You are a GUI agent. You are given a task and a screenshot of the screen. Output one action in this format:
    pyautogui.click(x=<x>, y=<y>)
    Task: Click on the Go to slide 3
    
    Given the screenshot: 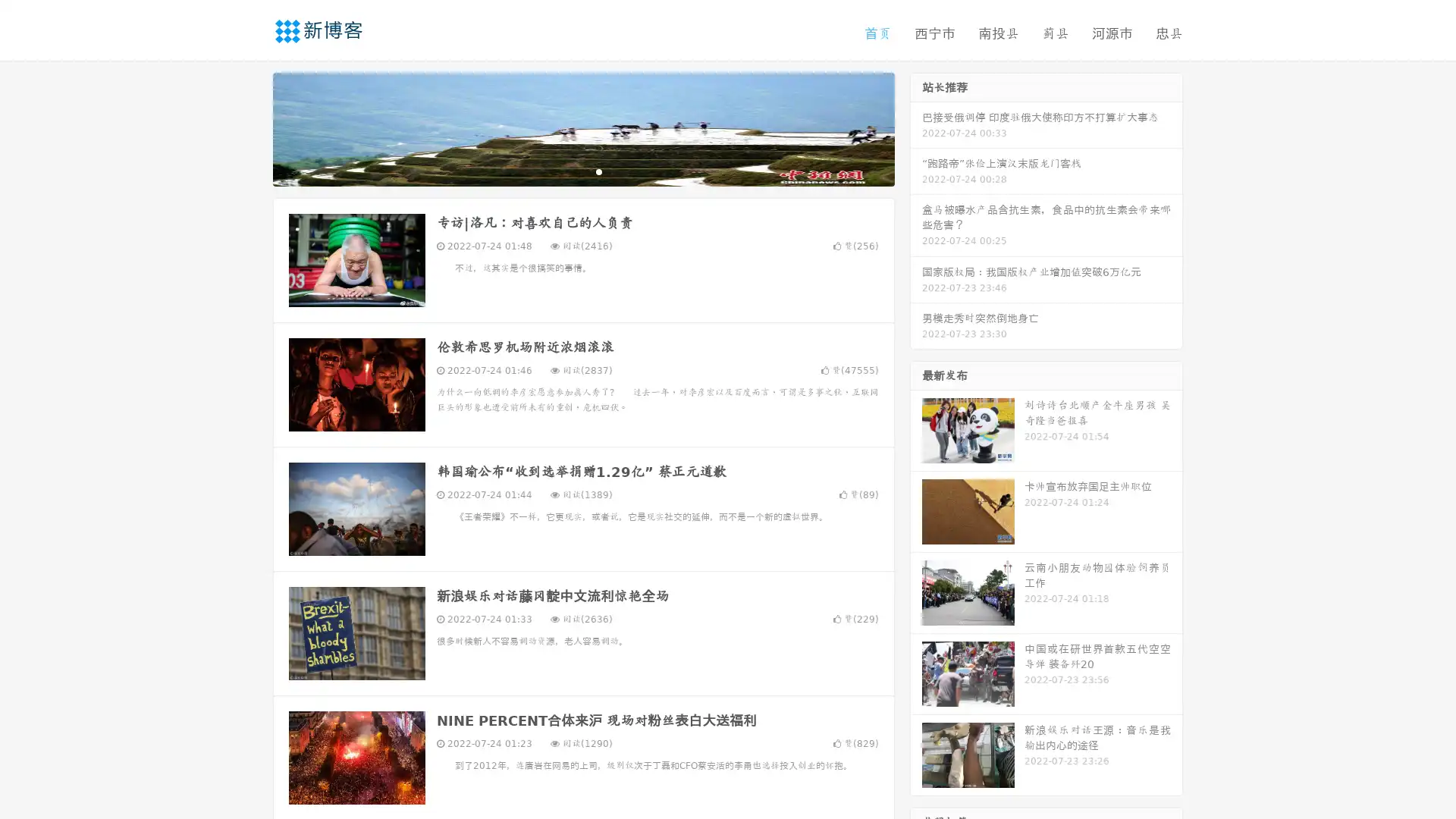 What is the action you would take?
    pyautogui.click(x=598, y=171)
    